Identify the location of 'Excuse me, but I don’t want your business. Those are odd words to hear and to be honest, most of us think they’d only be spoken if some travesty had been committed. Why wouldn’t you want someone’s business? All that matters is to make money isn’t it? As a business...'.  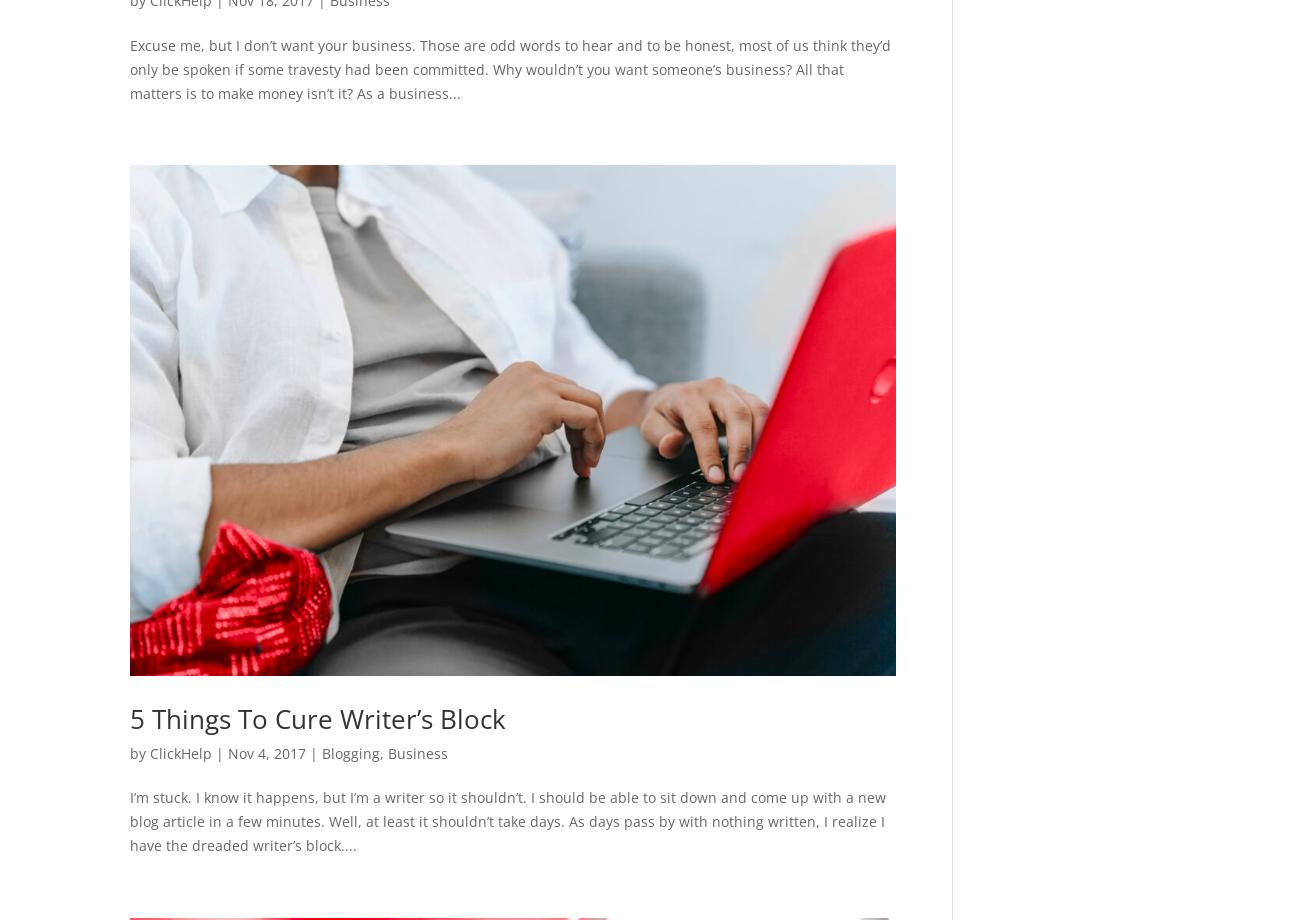
(510, 69).